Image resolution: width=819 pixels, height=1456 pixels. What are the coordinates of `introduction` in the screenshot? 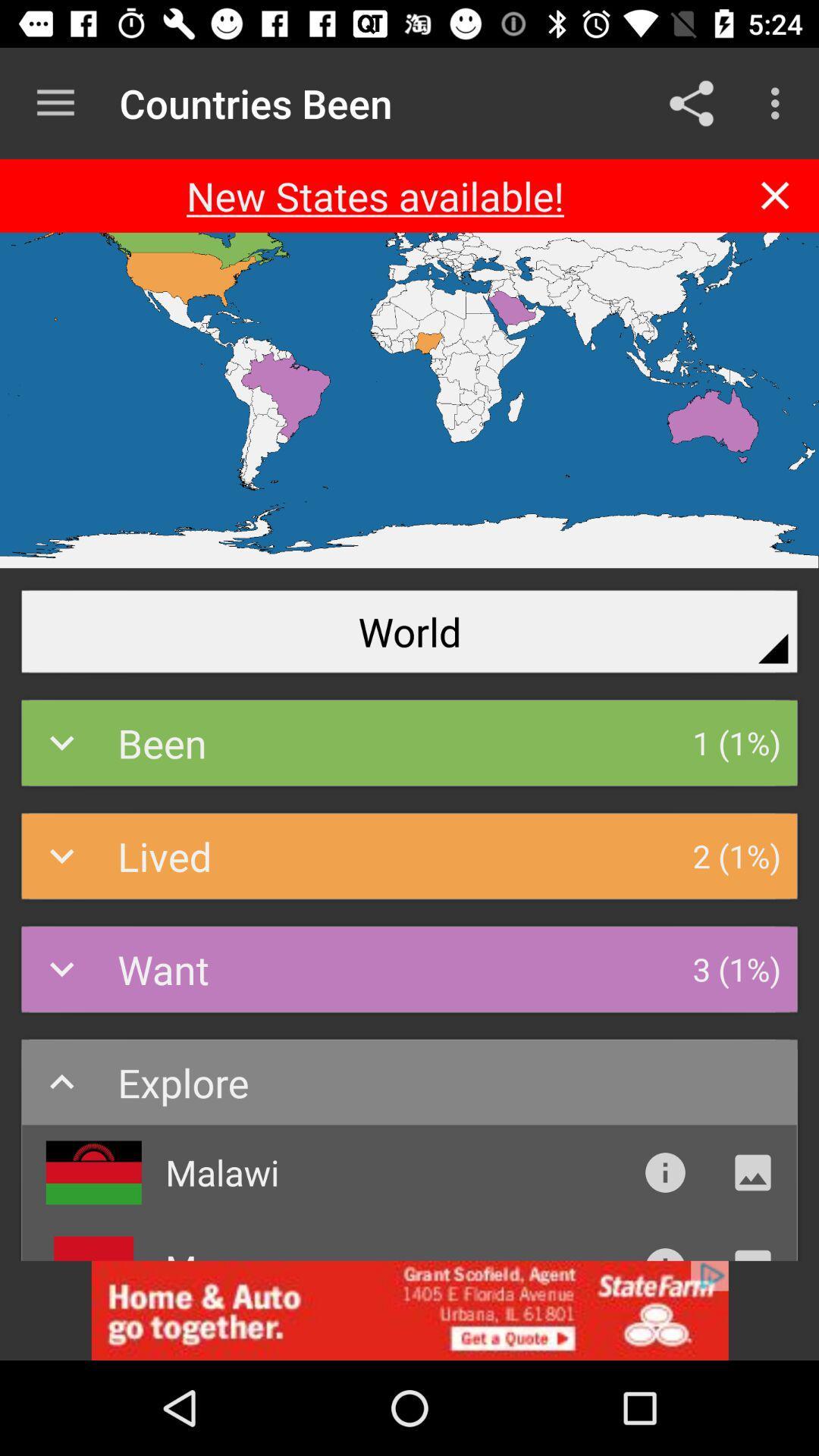 It's located at (664, 1172).